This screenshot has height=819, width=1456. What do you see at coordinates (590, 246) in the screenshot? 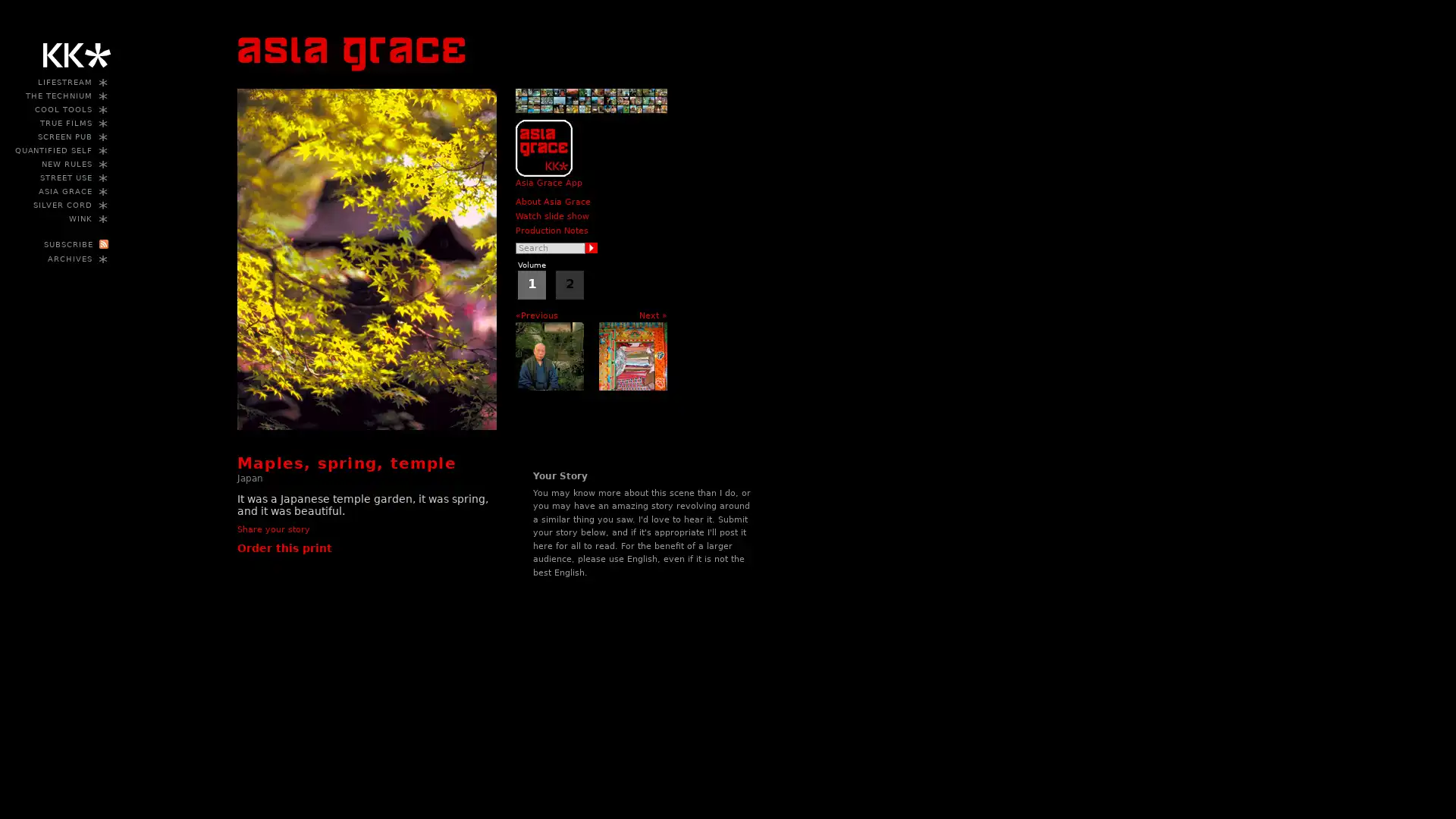
I see `Search` at bounding box center [590, 246].